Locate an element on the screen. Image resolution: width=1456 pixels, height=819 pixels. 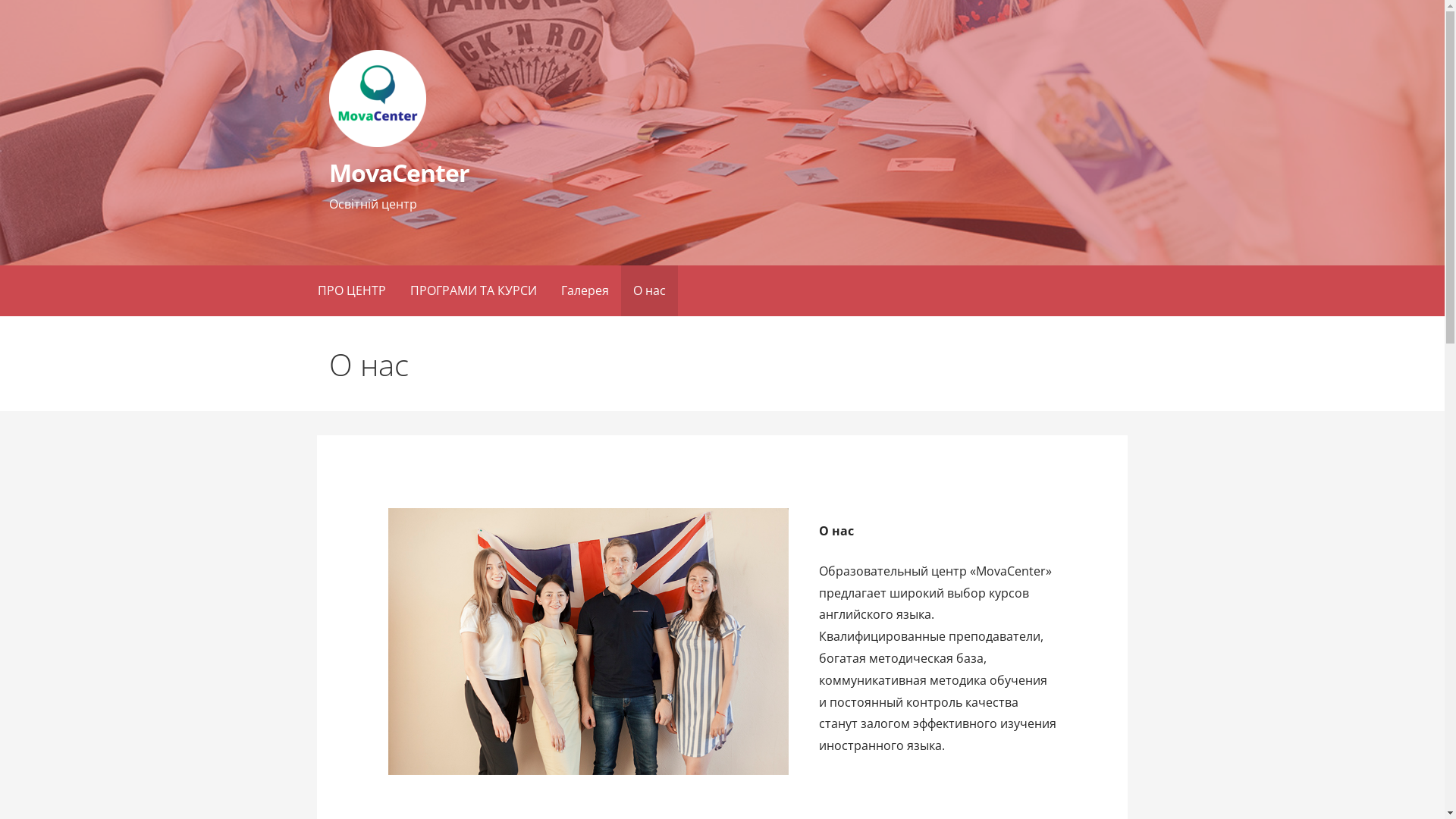
'team-mova-staff.jpg' is located at coordinates (588, 641).